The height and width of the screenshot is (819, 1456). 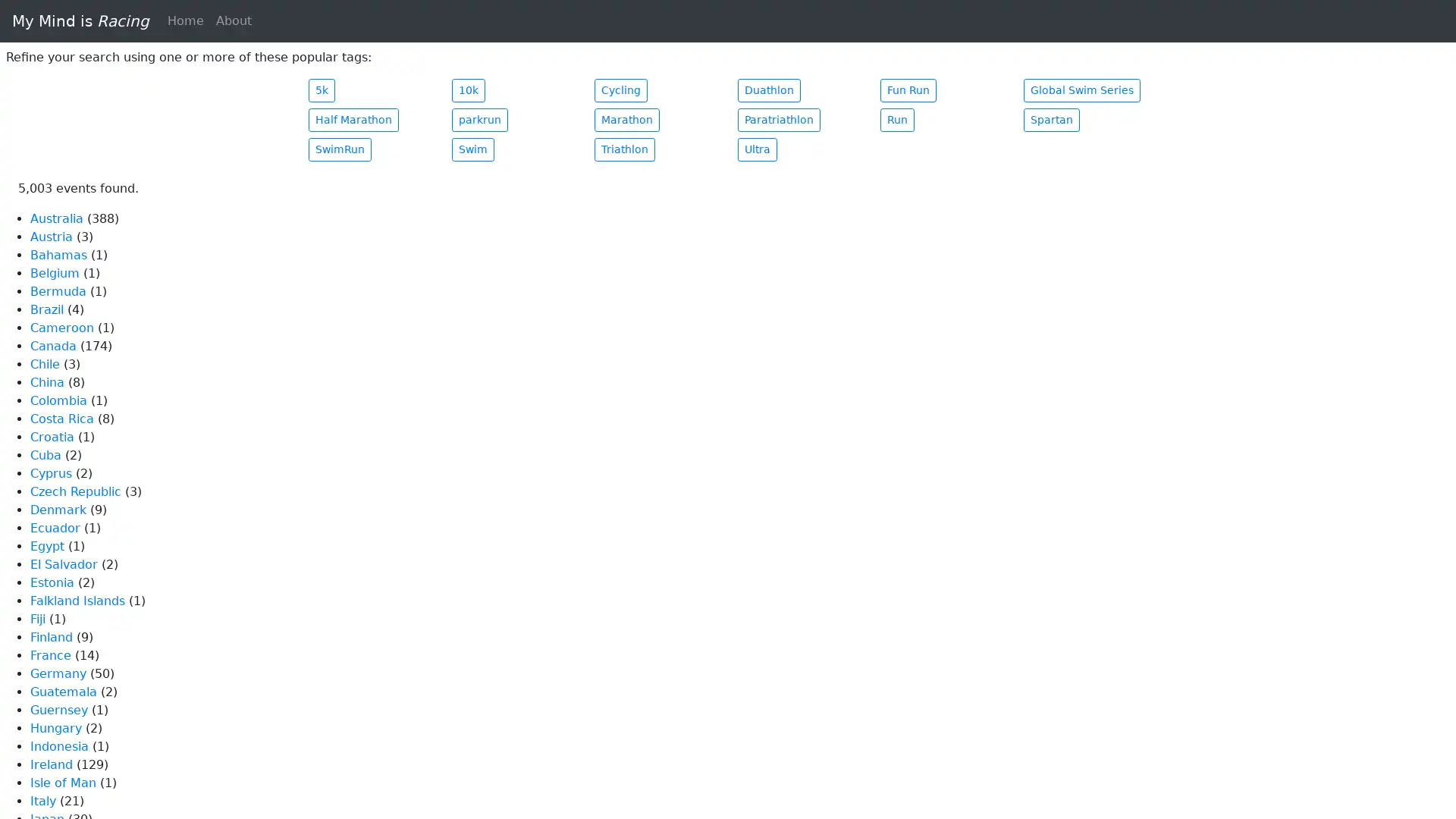 I want to click on 10k, so click(x=467, y=90).